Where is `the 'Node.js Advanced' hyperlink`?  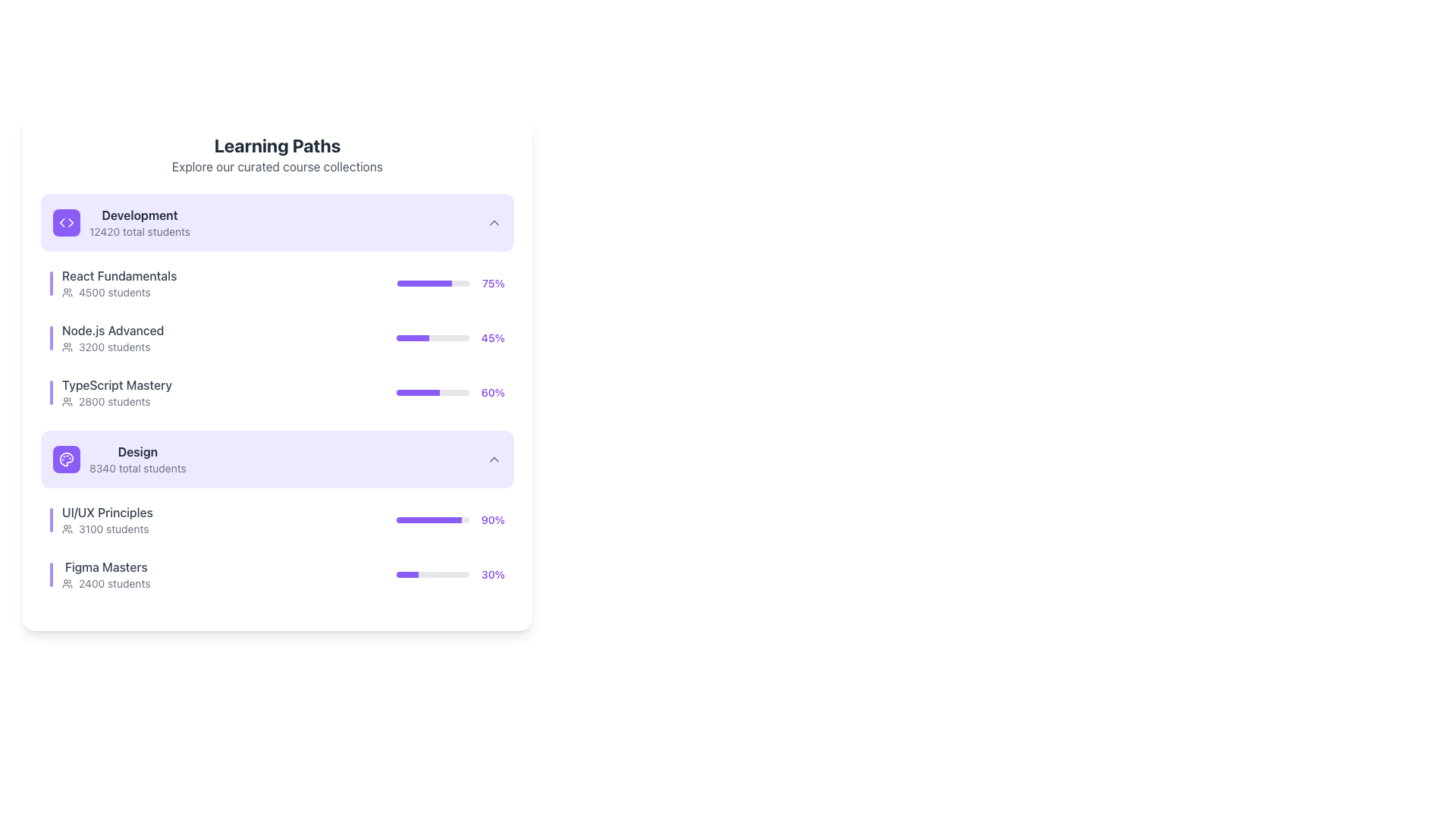 the 'Node.js Advanced' hyperlink is located at coordinates (112, 329).